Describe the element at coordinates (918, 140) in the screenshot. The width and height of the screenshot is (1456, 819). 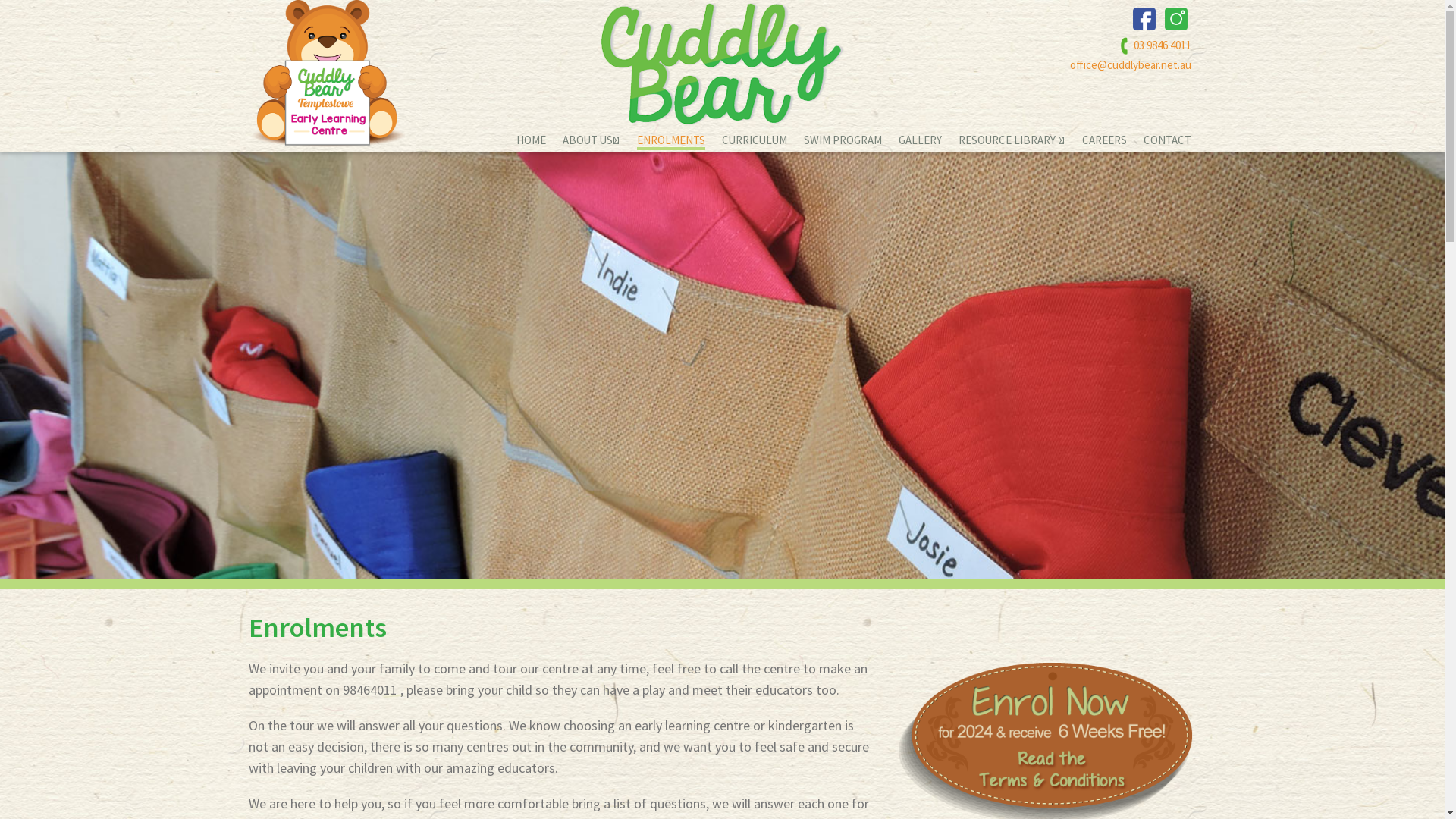
I see `'GALLERY'` at that location.